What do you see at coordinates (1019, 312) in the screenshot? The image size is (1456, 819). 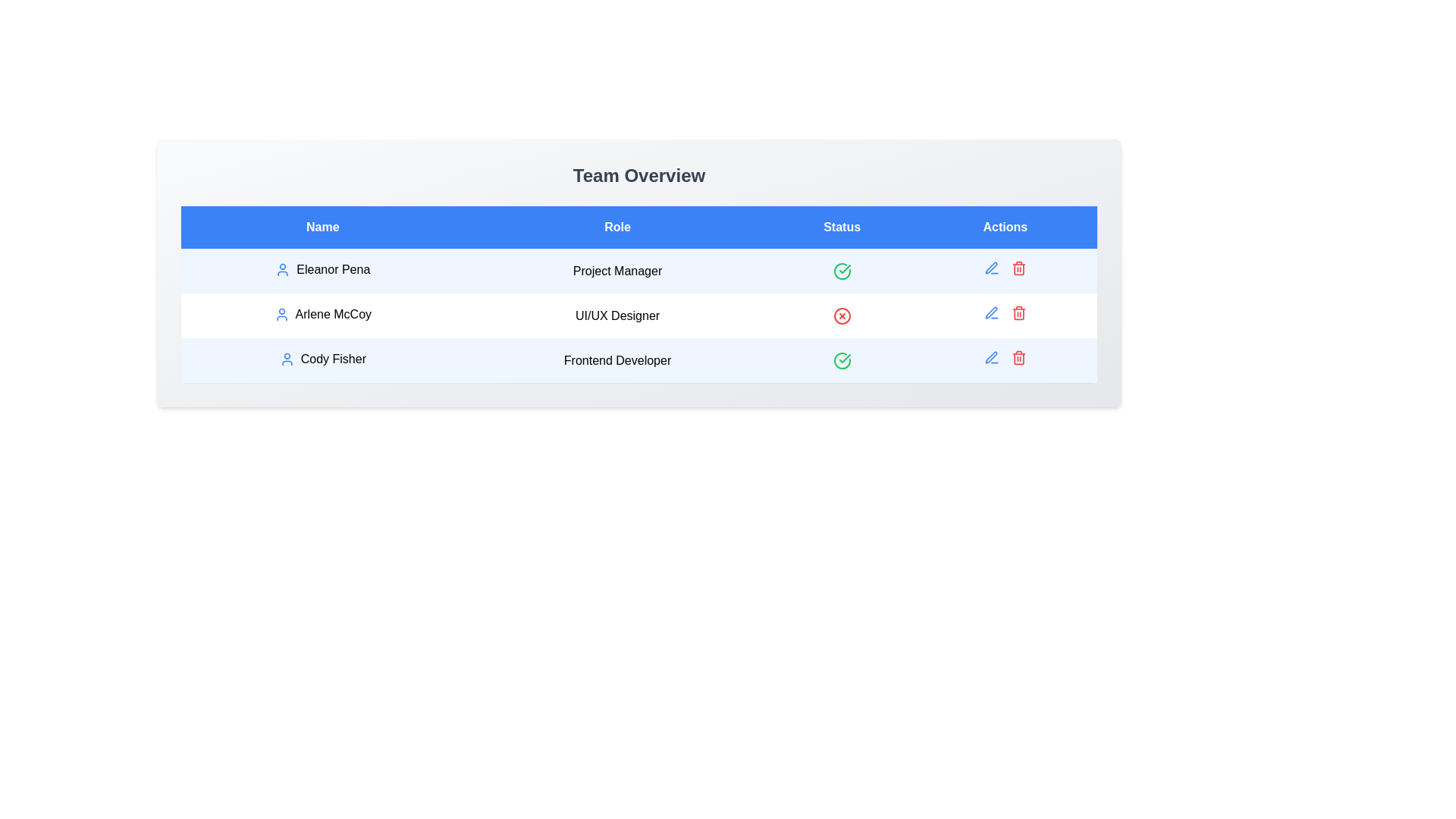 I see `the delete button located in the third row of the table within the Actions column, to the right of the Edit icon` at bounding box center [1019, 312].